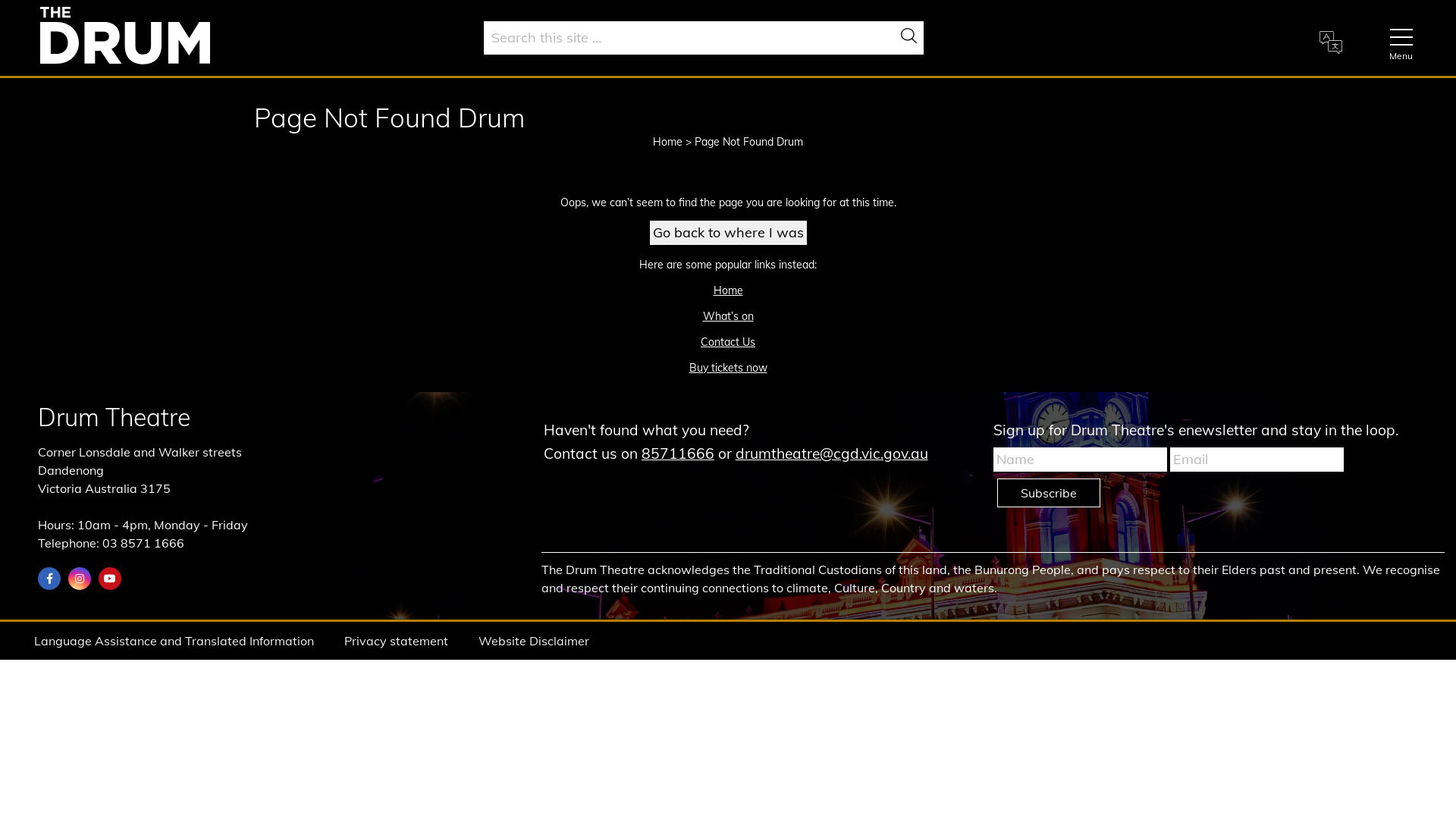 The height and width of the screenshot is (819, 1456). What do you see at coordinates (997, 493) in the screenshot?
I see `'Subscribe'` at bounding box center [997, 493].